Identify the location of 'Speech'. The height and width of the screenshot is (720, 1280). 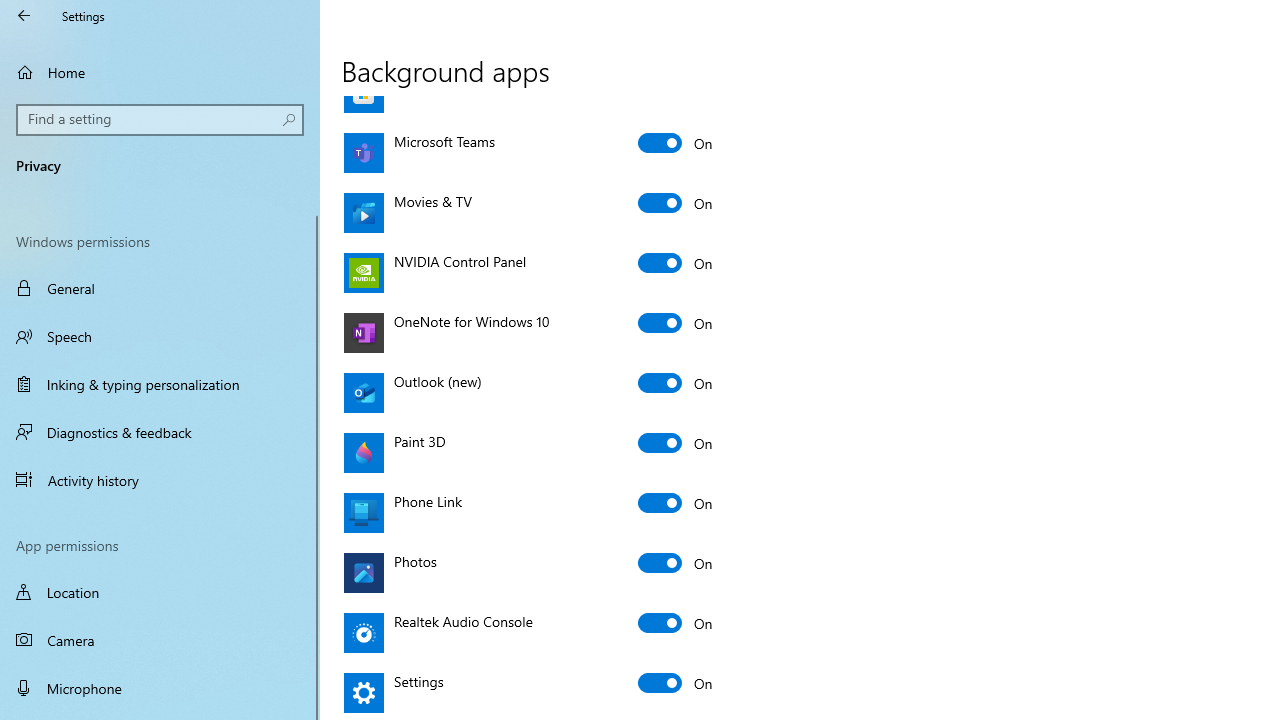
(160, 334).